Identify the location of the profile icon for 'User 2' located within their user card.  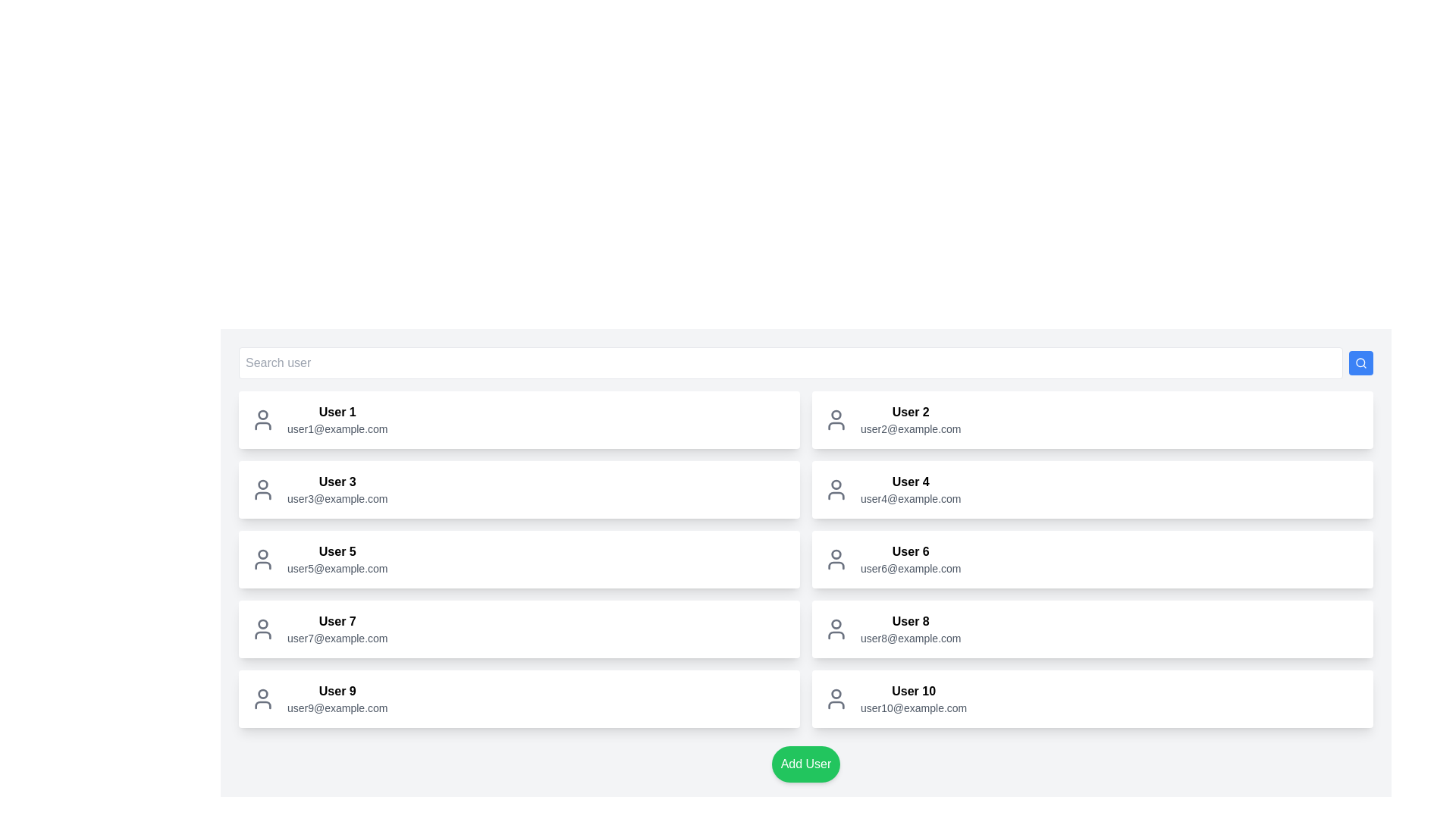
(836, 420).